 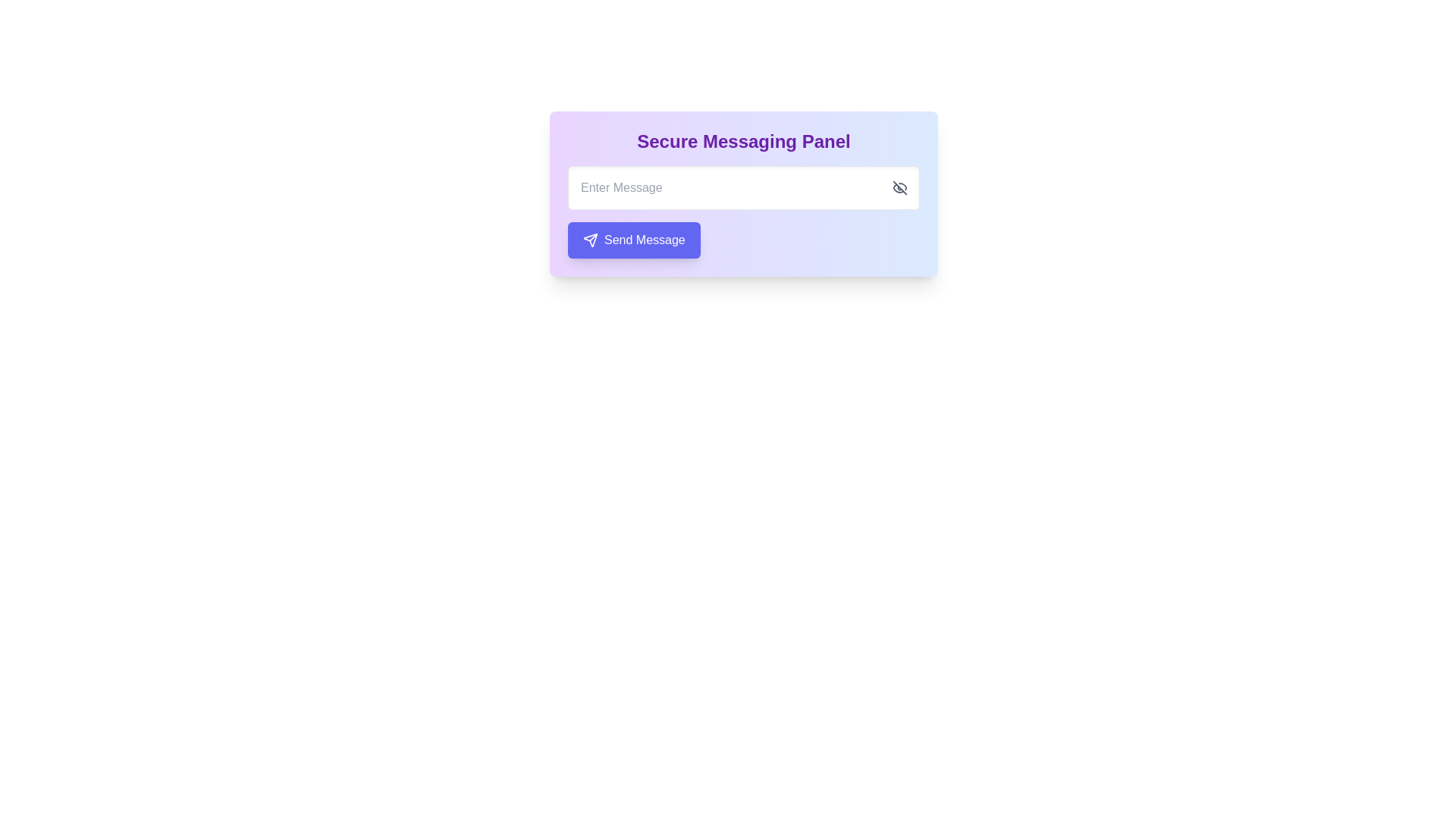 What do you see at coordinates (899, 187) in the screenshot?
I see `the visibility off button, which is a small gray eye icon with a diagonal line through it, located at the right end of the password input field` at bounding box center [899, 187].